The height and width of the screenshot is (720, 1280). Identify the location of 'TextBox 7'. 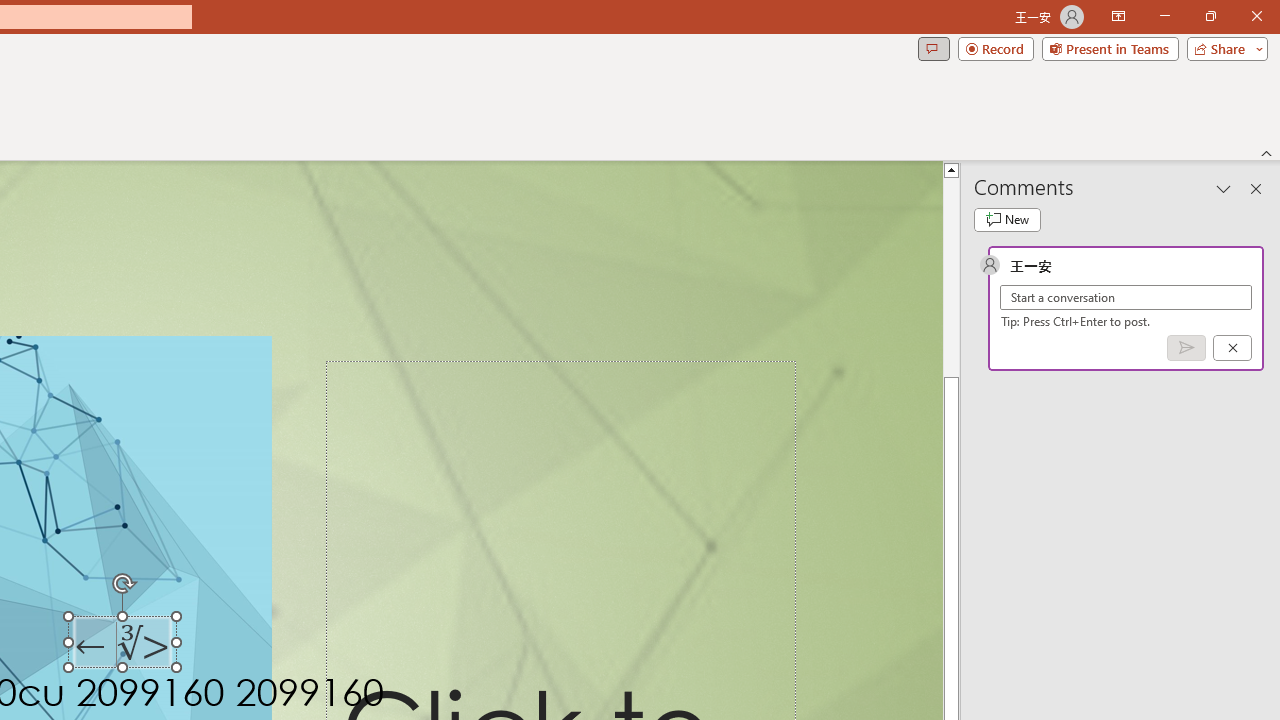
(122, 645).